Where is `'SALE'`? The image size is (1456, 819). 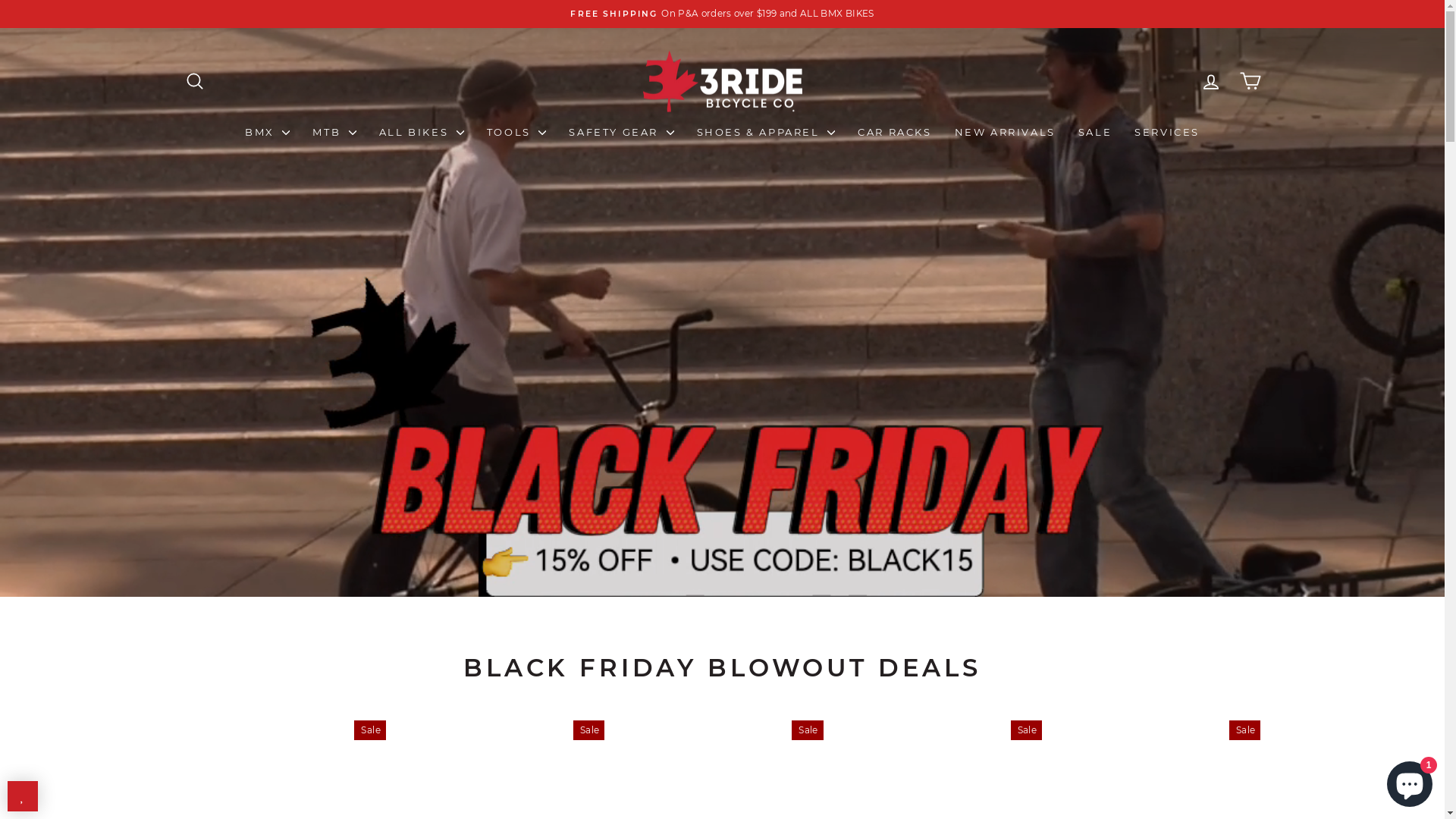
'SALE' is located at coordinates (1065, 130).